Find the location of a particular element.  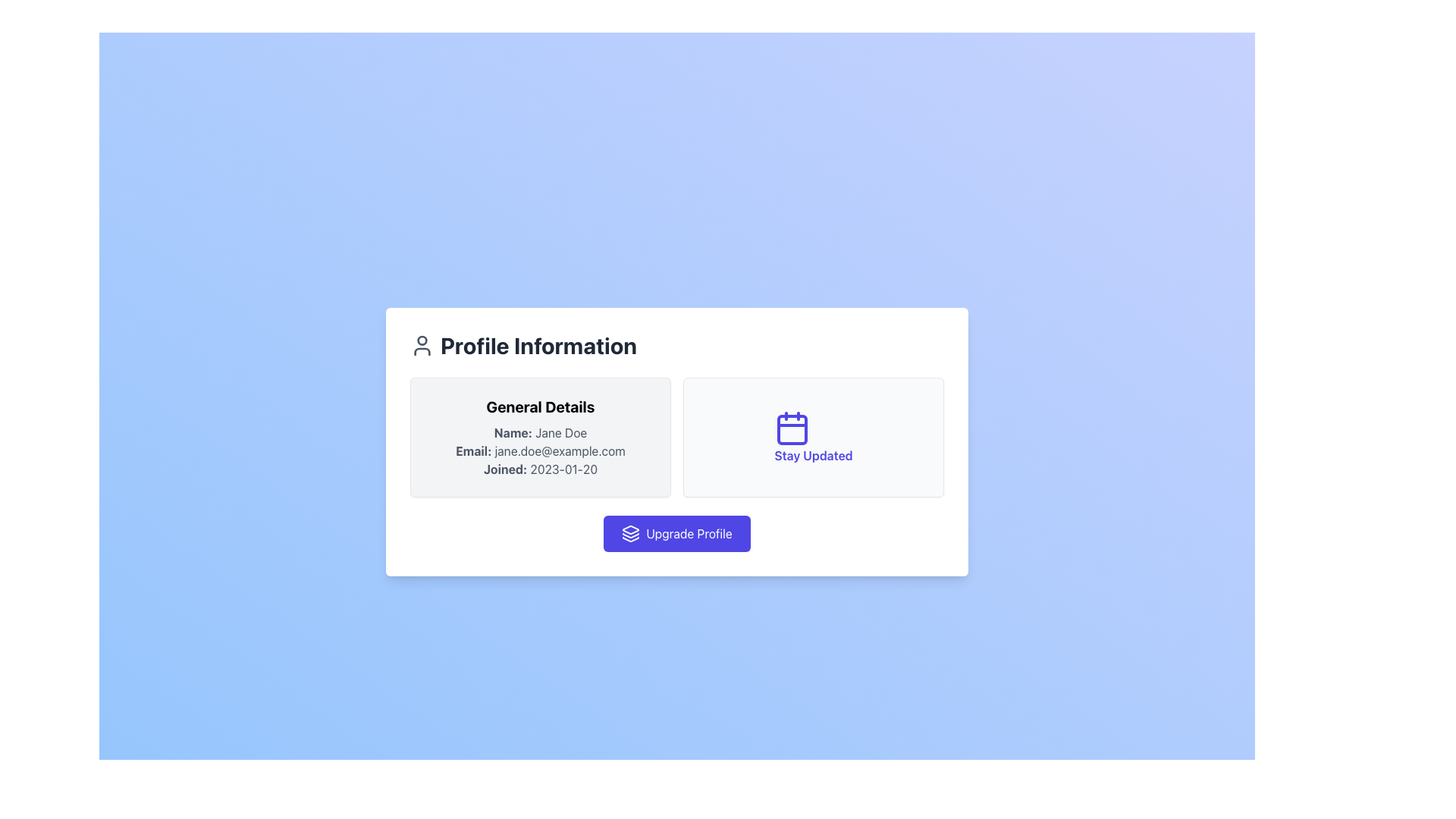

the decorative graphic element within the calendar icon labeled 'Stay Updated', located on the right side of the interface is located at coordinates (792, 430).